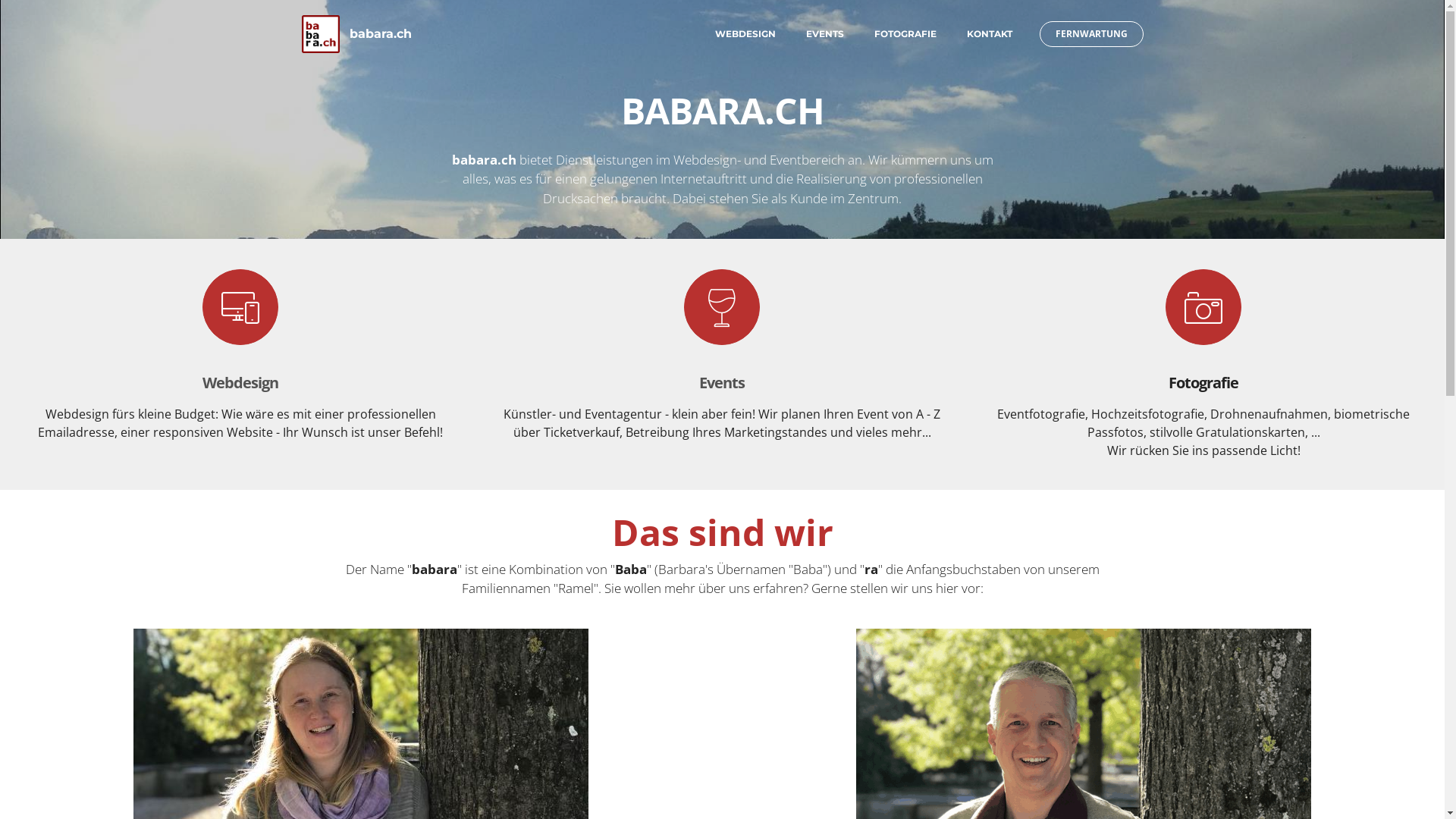 The width and height of the screenshot is (1456, 819). What do you see at coordinates (745, 34) in the screenshot?
I see `'WEBDESIGN'` at bounding box center [745, 34].